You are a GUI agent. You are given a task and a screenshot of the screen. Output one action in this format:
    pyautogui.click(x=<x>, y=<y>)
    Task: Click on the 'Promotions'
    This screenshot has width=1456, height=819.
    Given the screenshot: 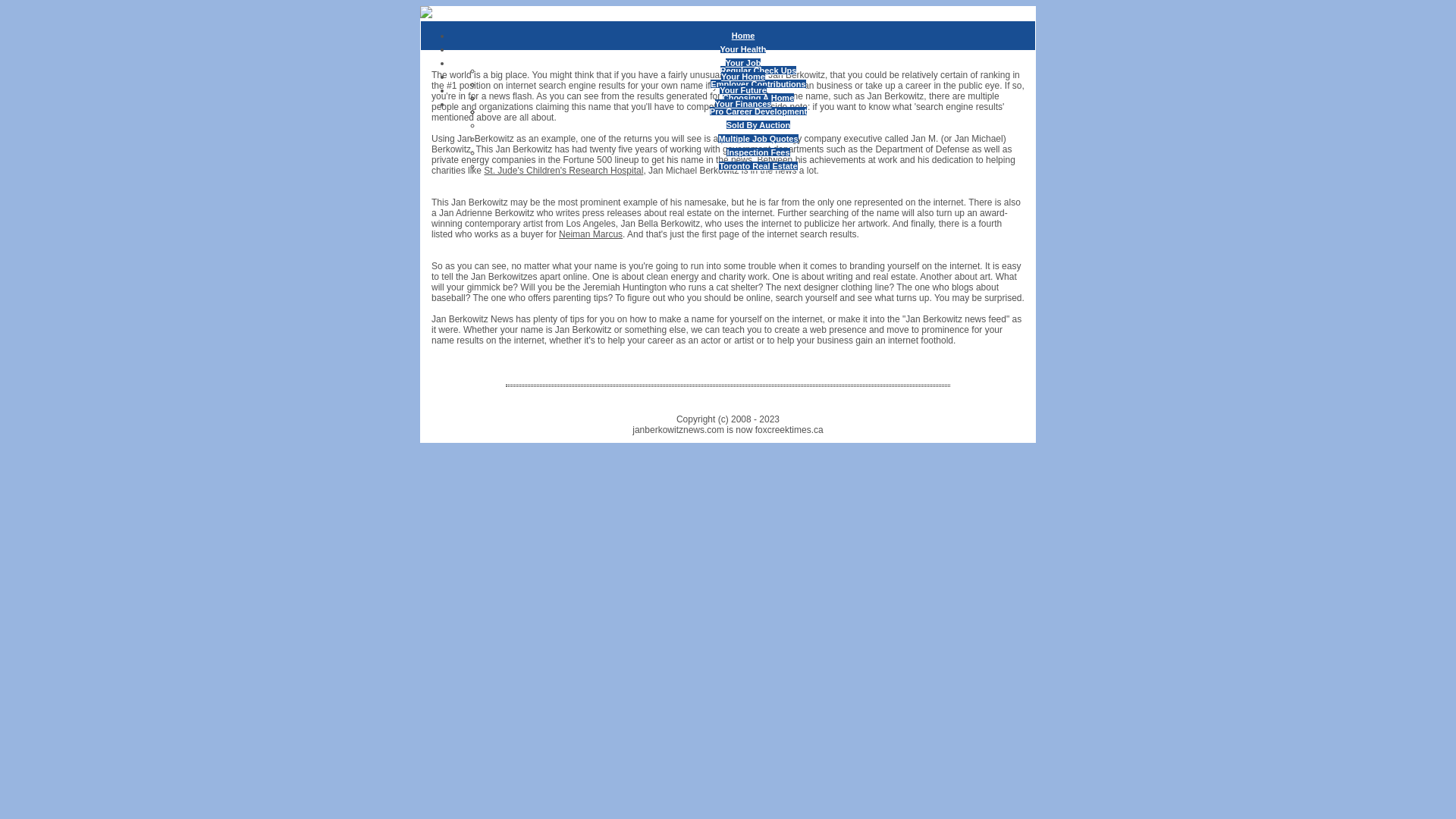 What is the action you would take?
    pyautogui.click(x=758, y=97)
    